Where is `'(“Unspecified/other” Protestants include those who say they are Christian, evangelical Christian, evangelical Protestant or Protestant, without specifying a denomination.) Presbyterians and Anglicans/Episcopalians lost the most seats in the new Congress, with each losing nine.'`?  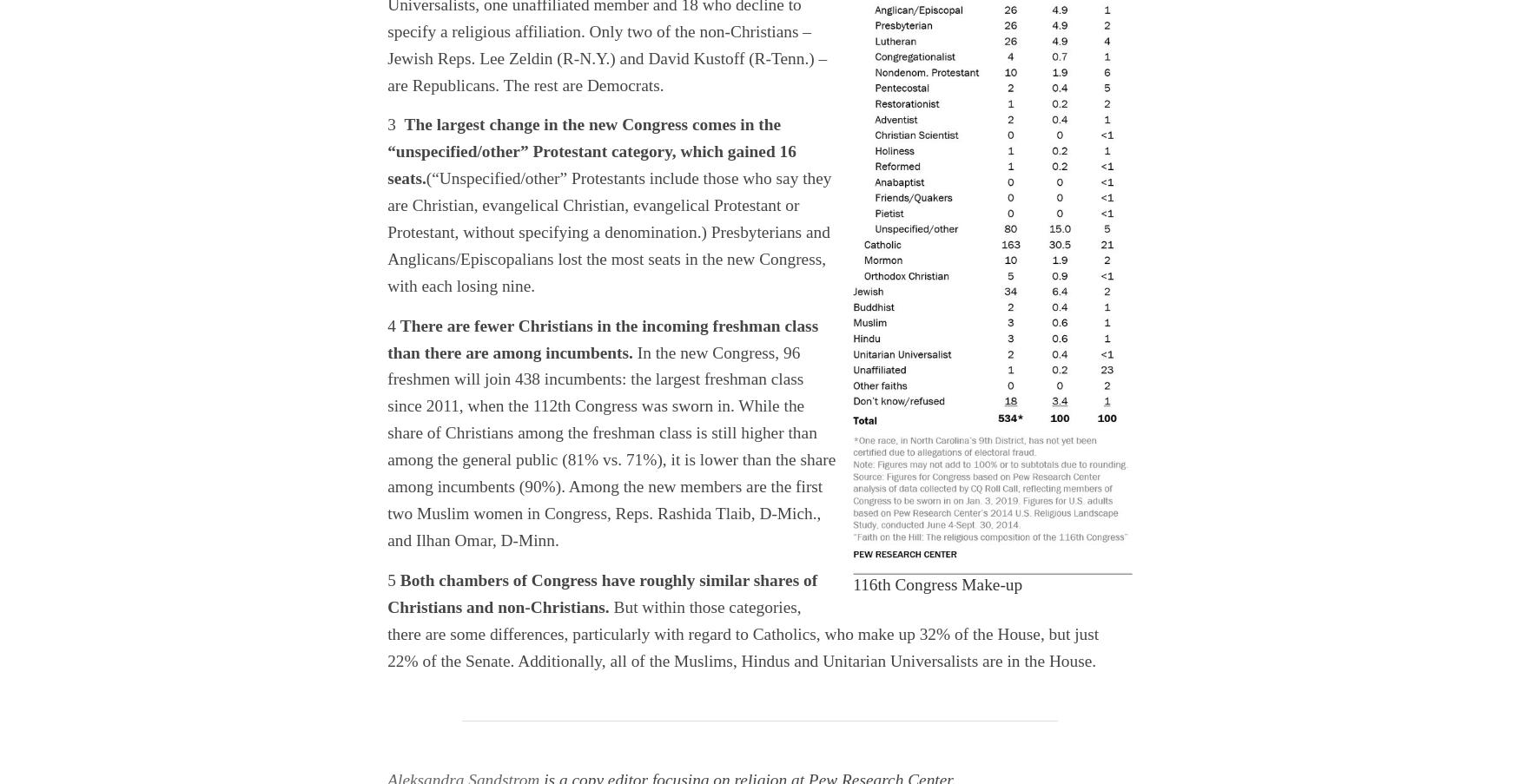
'(“Unspecified/other” Protestants include those who say they are Christian, evangelical Christian, evangelical Protestant or Protestant, without specifying a denomination.) Presbyterians and Anglicans/Episcopalians lost the most seats in the new Congress, with each losing nine.' is located at coordinates (609, 231).